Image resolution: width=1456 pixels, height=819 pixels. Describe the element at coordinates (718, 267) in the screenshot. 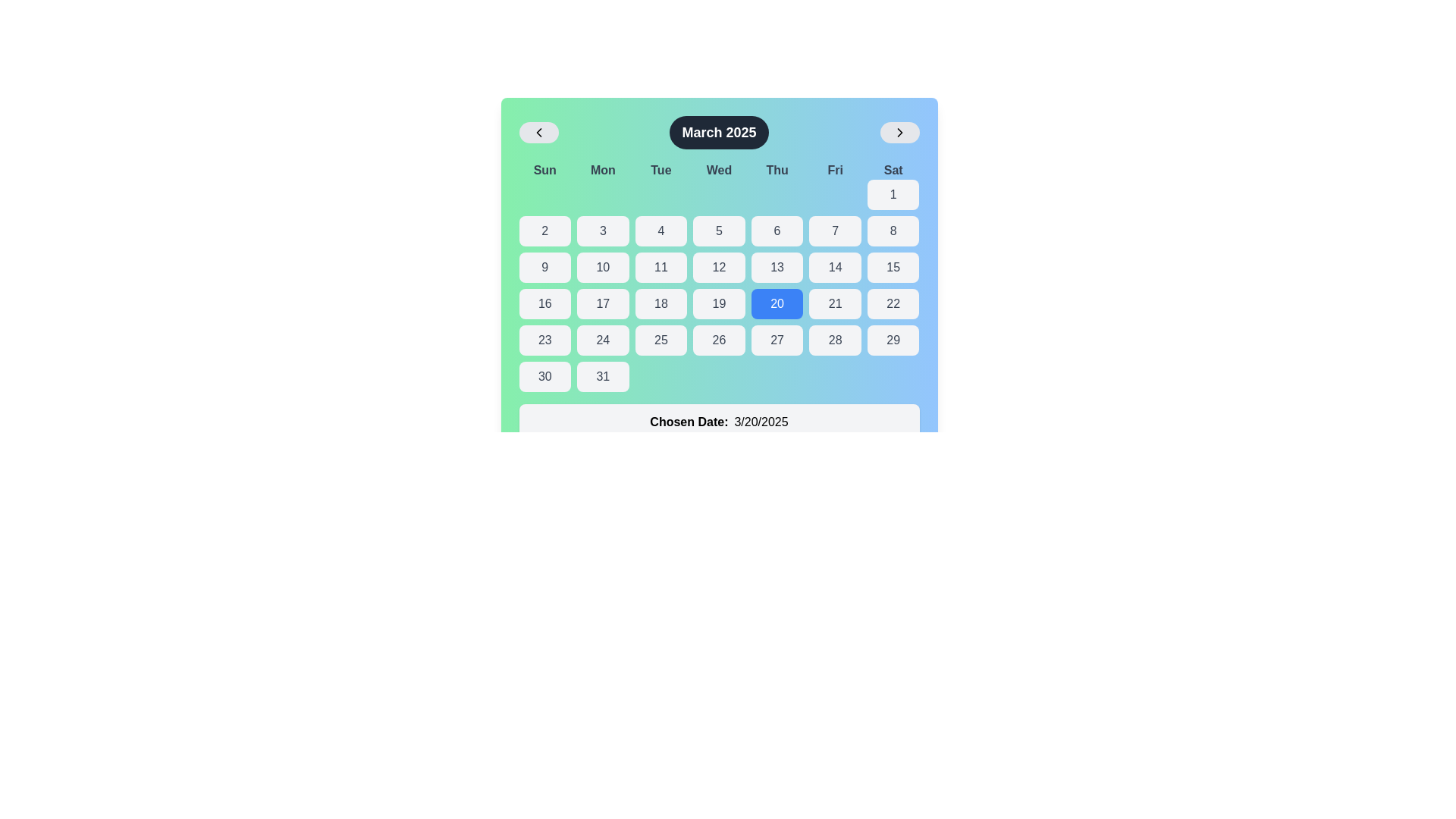

I see `the rectangular button labeled '12' in the calendar interface` at that location.